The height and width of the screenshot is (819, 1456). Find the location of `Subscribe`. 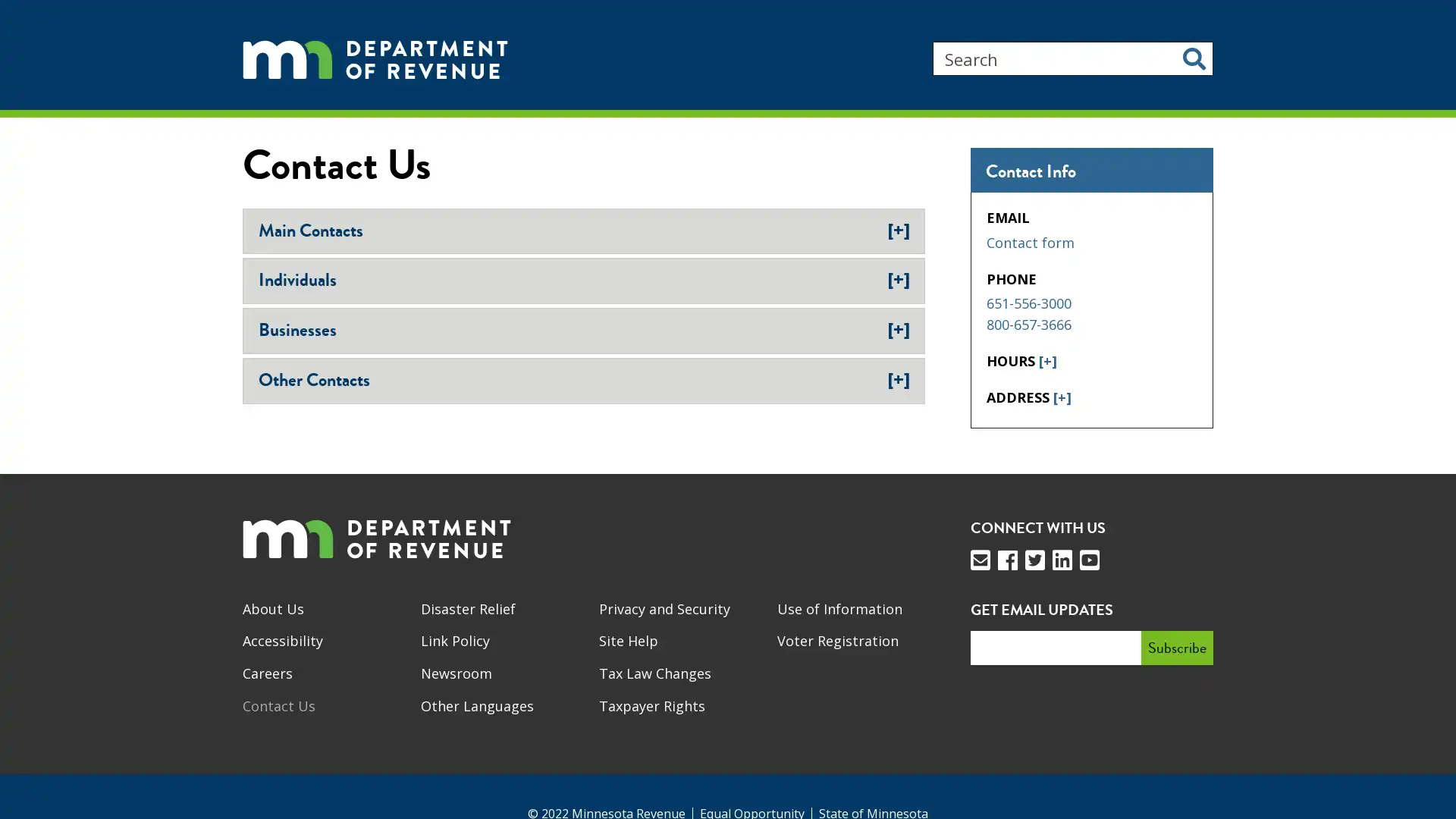

Subscribe is located at coordinates (1176, 718).